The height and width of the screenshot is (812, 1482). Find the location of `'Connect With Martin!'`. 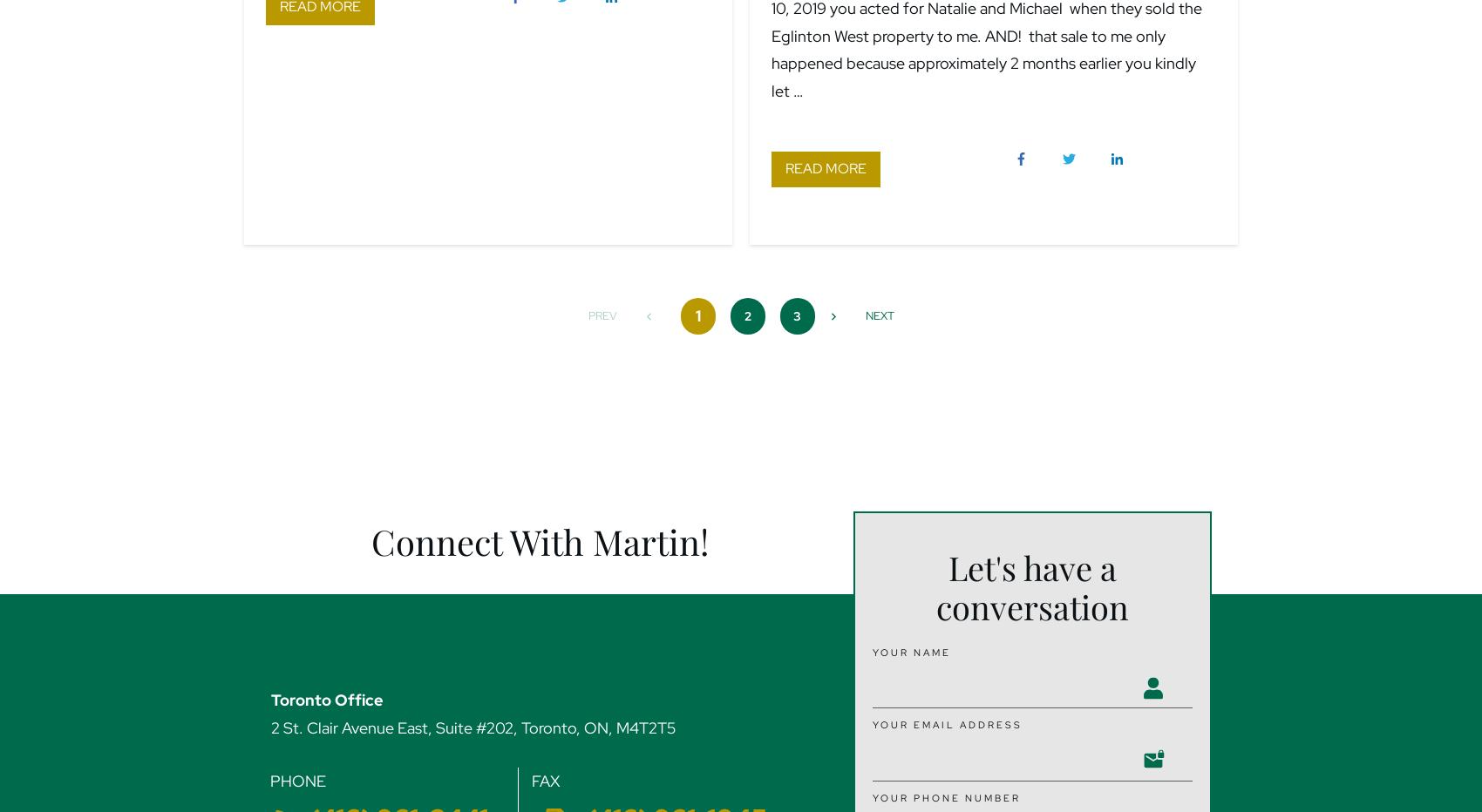

'Connect With Martin!' is located at coordinates (539, 540).